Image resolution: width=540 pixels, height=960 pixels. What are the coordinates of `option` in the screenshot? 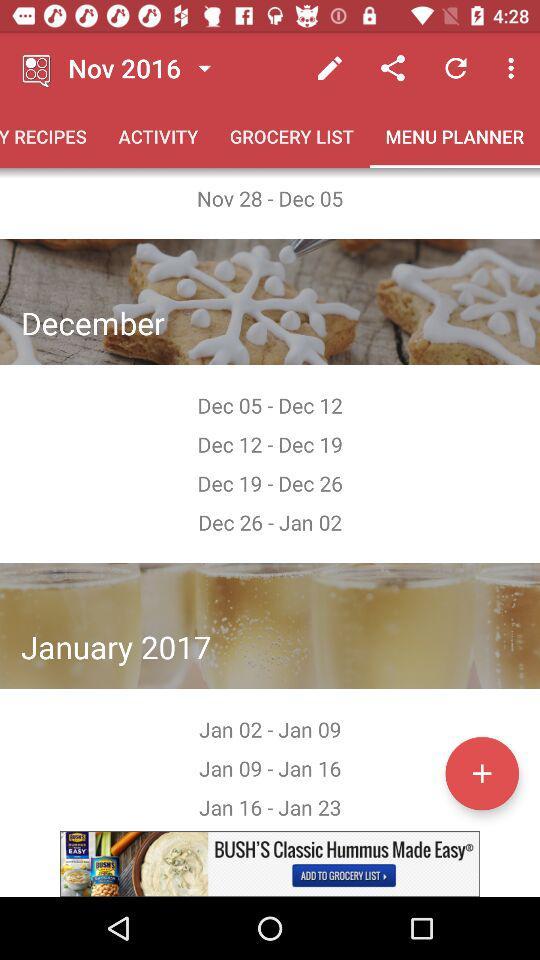 It's located at (481, 772).